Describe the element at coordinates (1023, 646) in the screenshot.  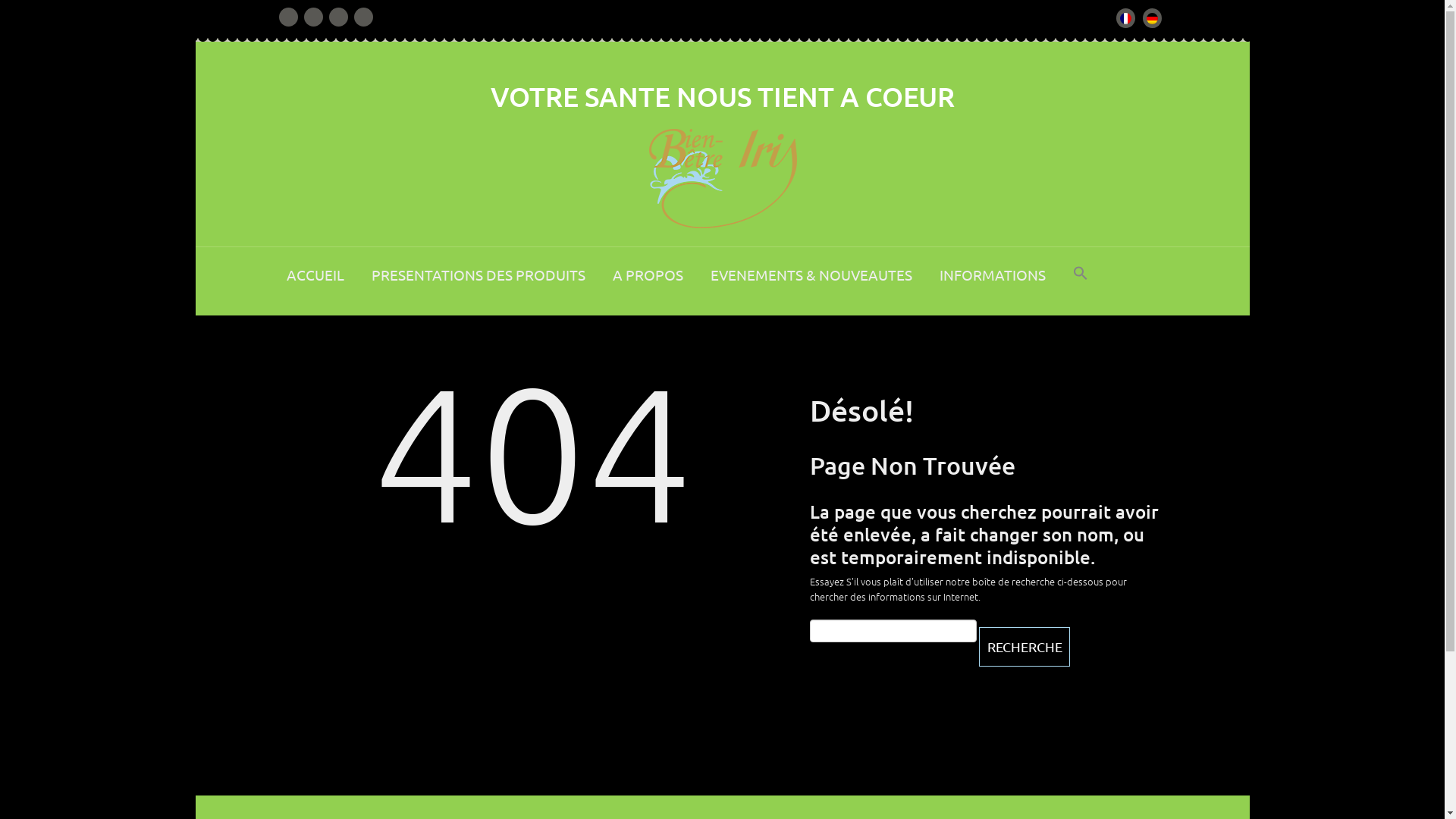
I see `'recherche'` at that location.